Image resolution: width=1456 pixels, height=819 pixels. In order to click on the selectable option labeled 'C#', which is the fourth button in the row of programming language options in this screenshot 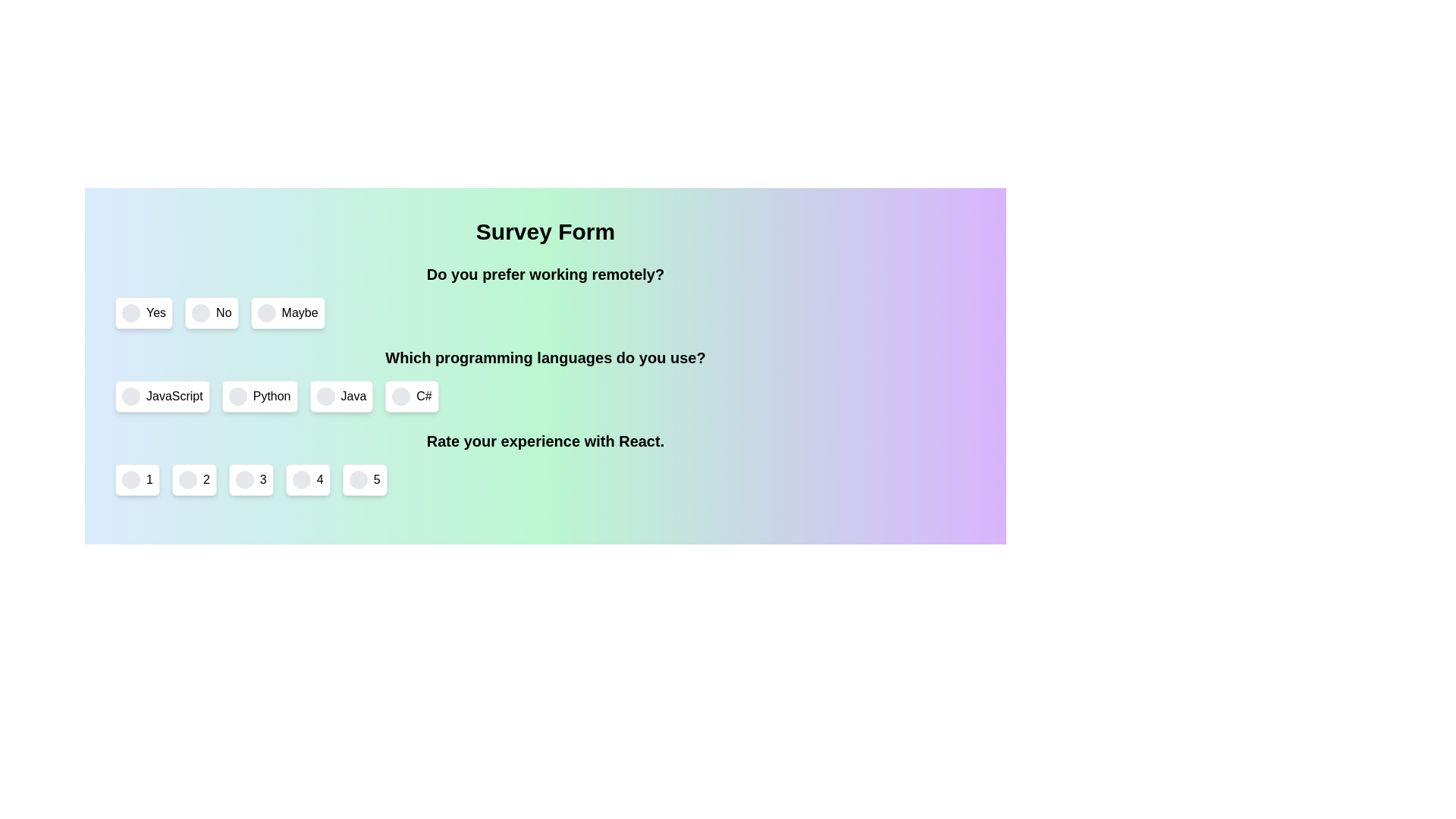, I will do `click(412, 396)`.